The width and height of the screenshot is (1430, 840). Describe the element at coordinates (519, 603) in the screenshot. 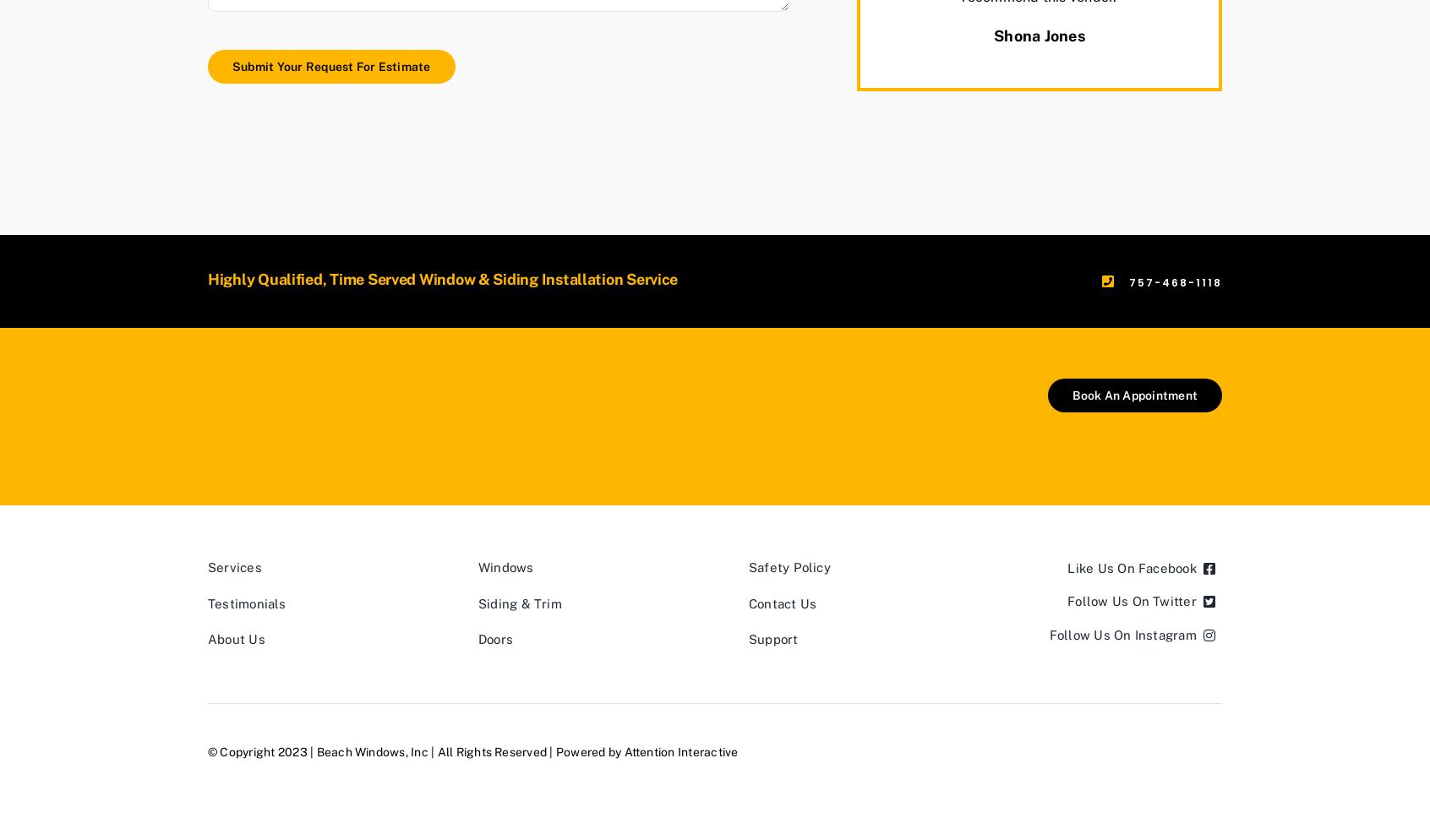

I see `'Siding & Trim'` at that location.